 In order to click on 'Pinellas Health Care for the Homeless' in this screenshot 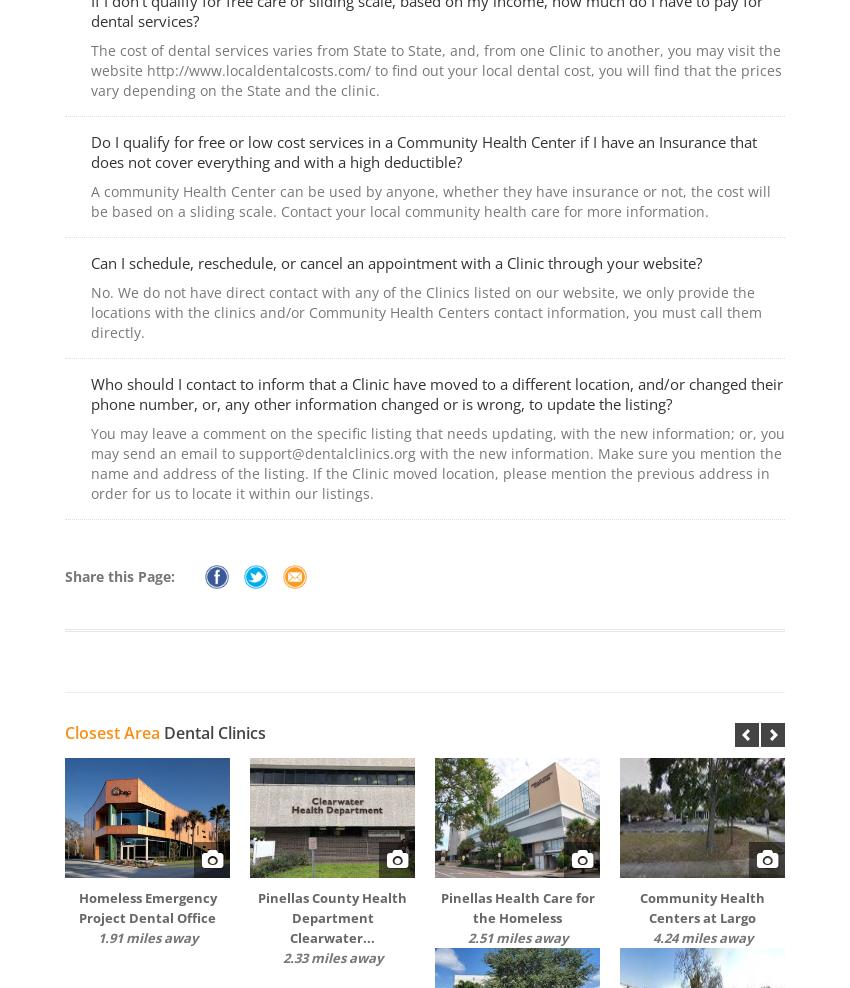, I will do `click(515, 906)`.